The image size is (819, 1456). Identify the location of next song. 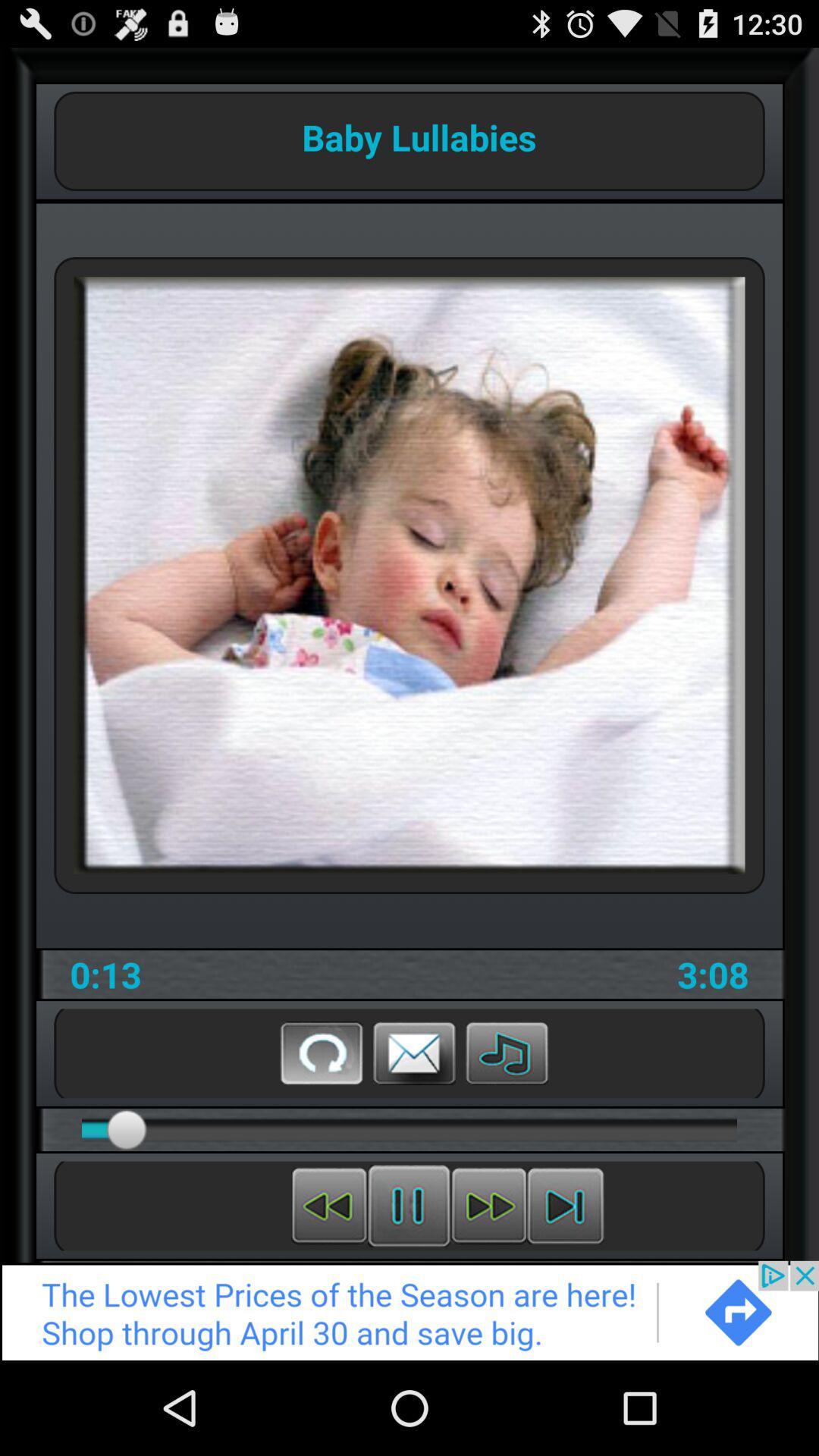
(488, 1205).